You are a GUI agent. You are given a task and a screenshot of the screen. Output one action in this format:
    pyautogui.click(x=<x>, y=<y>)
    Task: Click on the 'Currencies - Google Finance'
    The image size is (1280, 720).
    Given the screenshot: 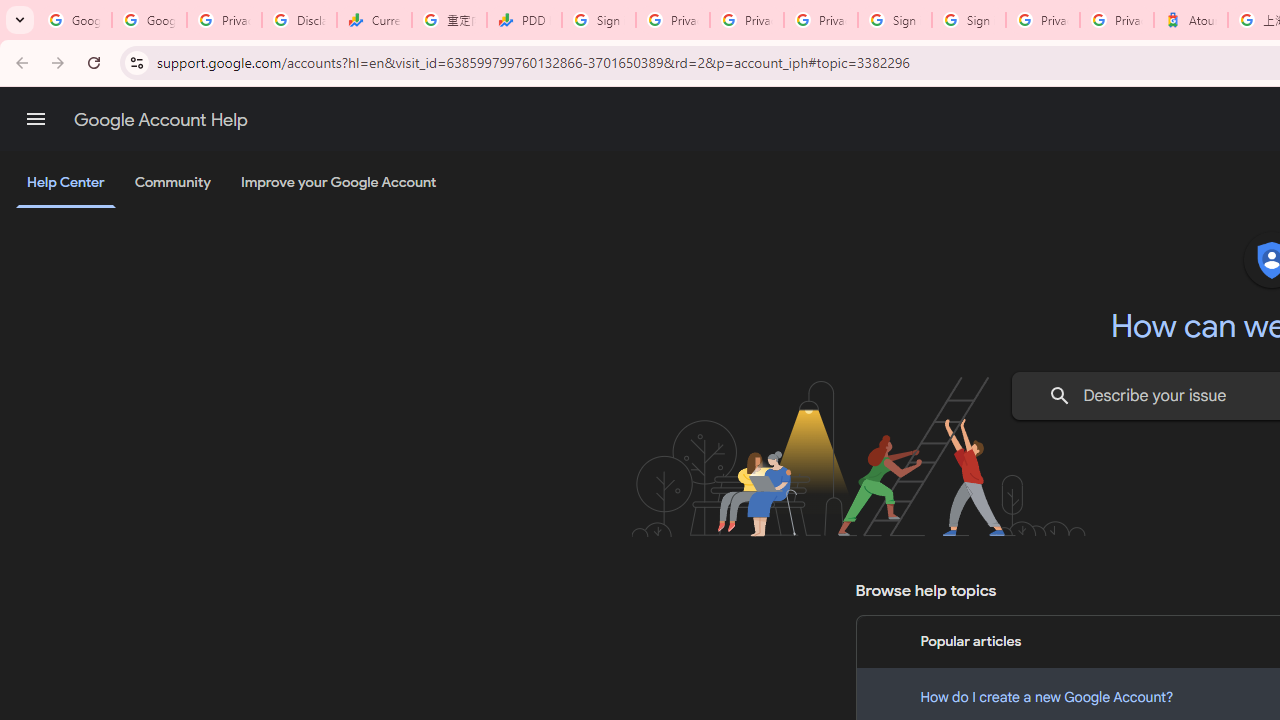 What is the action you would take?
    pyautogui.click(x=374, y=20)
    